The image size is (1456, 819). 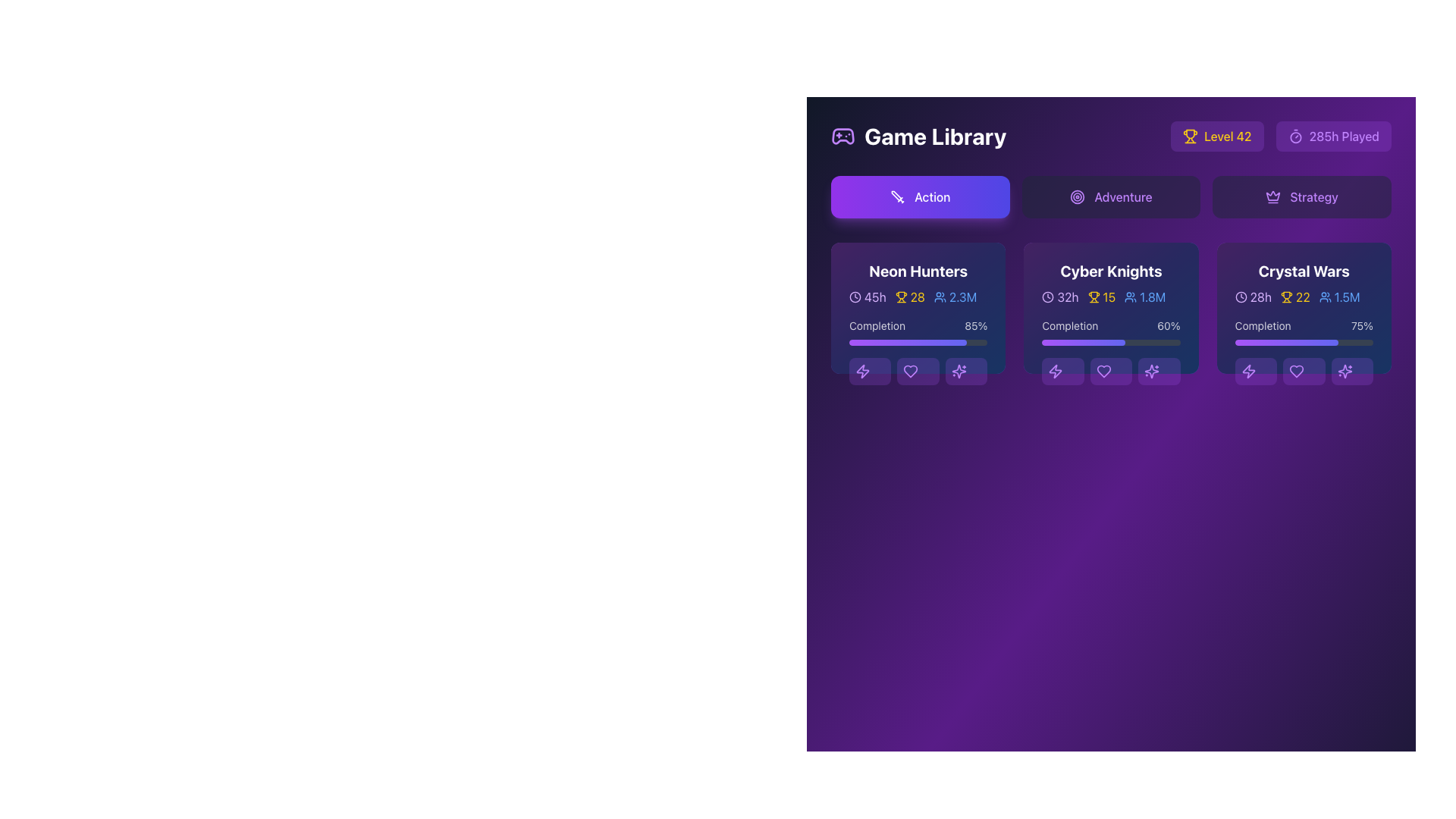 I want to click on the icon representing the user's level or achievement, located to the left of the 'Level 42' button in the top-right corner of the interface, so click(x=1190, y=136).